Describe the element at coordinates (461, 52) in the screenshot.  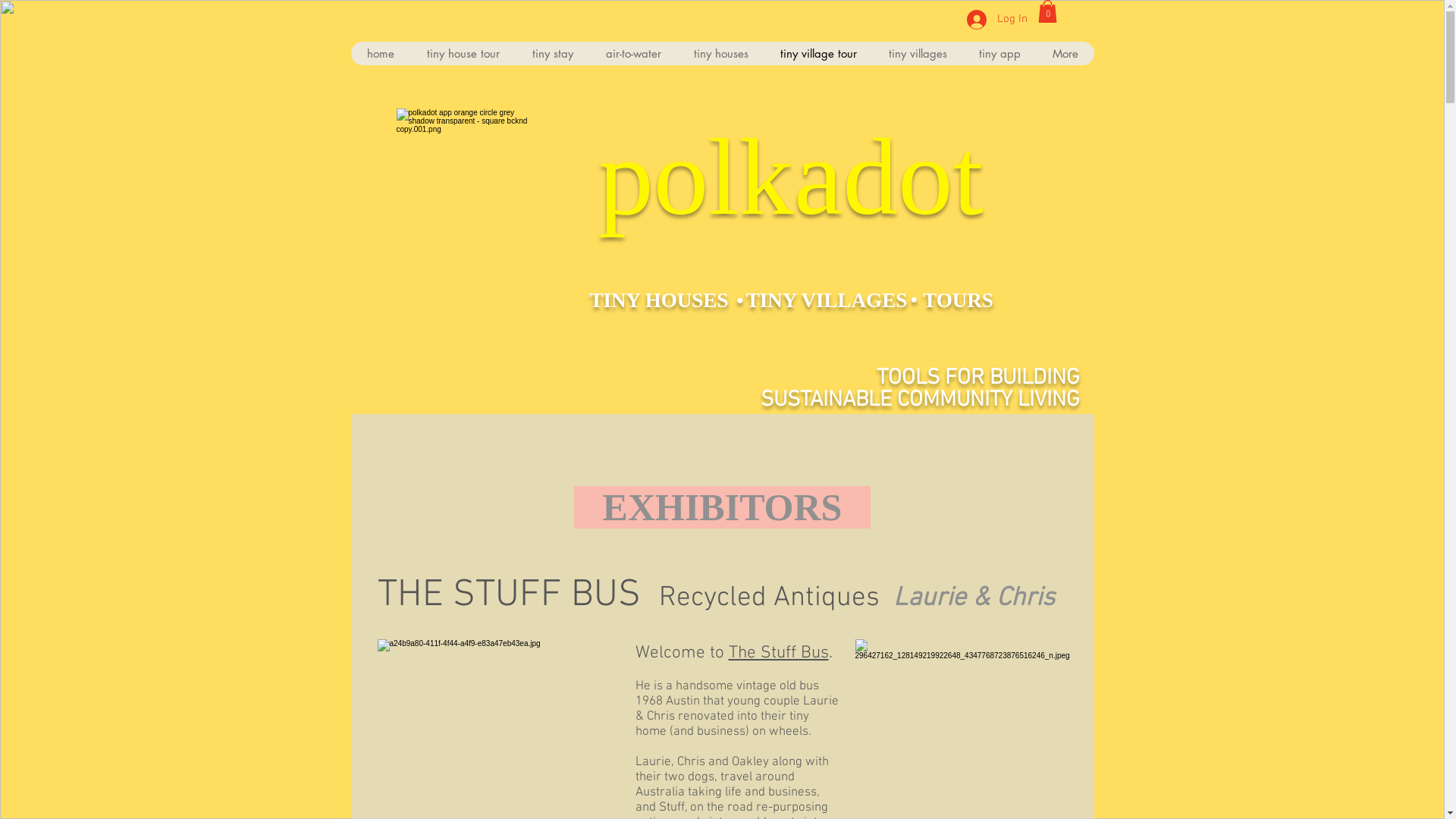
I see `'tiny house tour'` at that location.